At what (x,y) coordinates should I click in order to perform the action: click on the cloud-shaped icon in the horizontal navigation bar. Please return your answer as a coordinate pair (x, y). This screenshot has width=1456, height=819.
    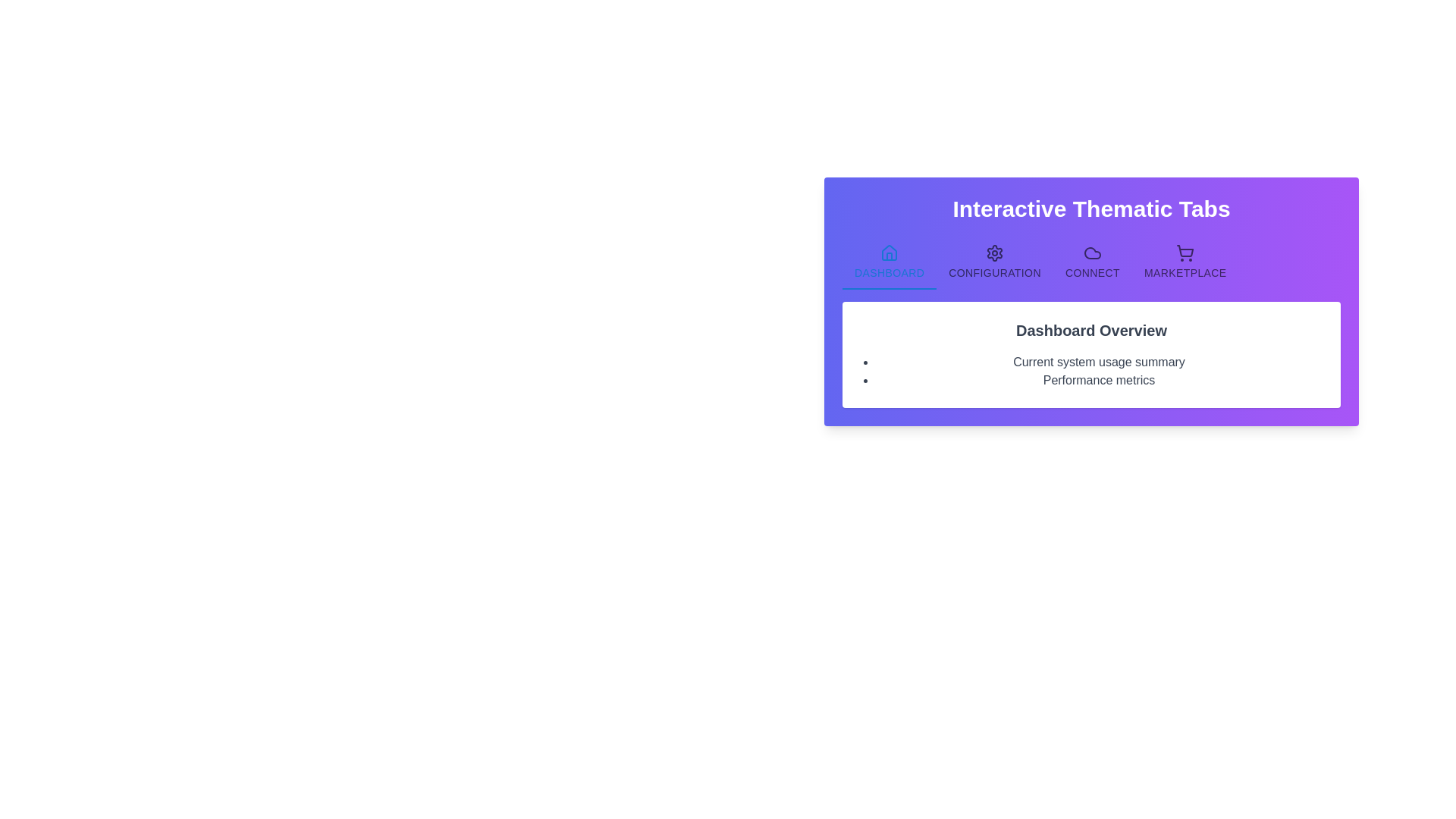
    Looking at the image, I should click on (1092, 253).